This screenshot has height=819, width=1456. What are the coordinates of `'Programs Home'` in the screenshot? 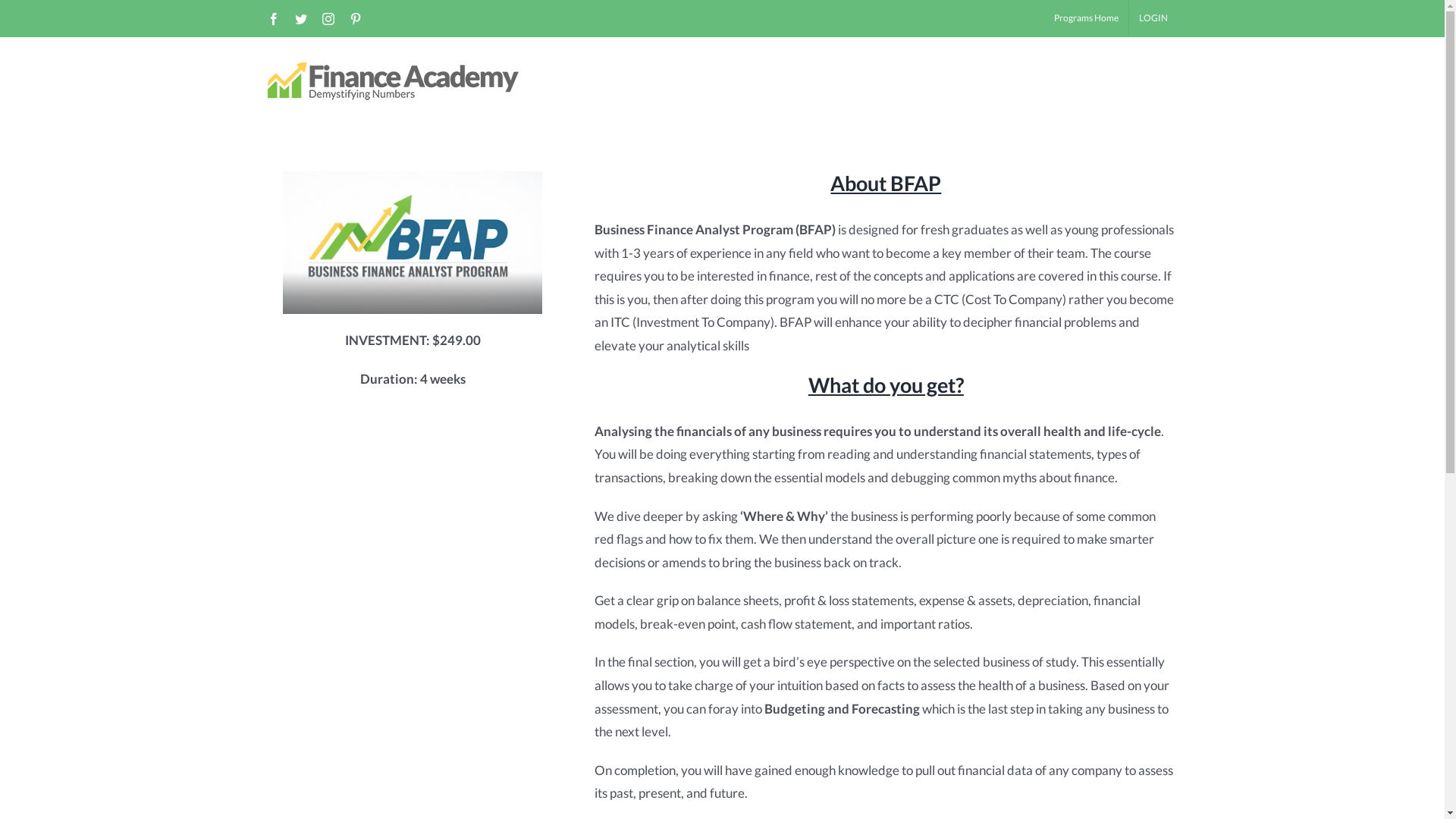 It's located at (1084, 17).